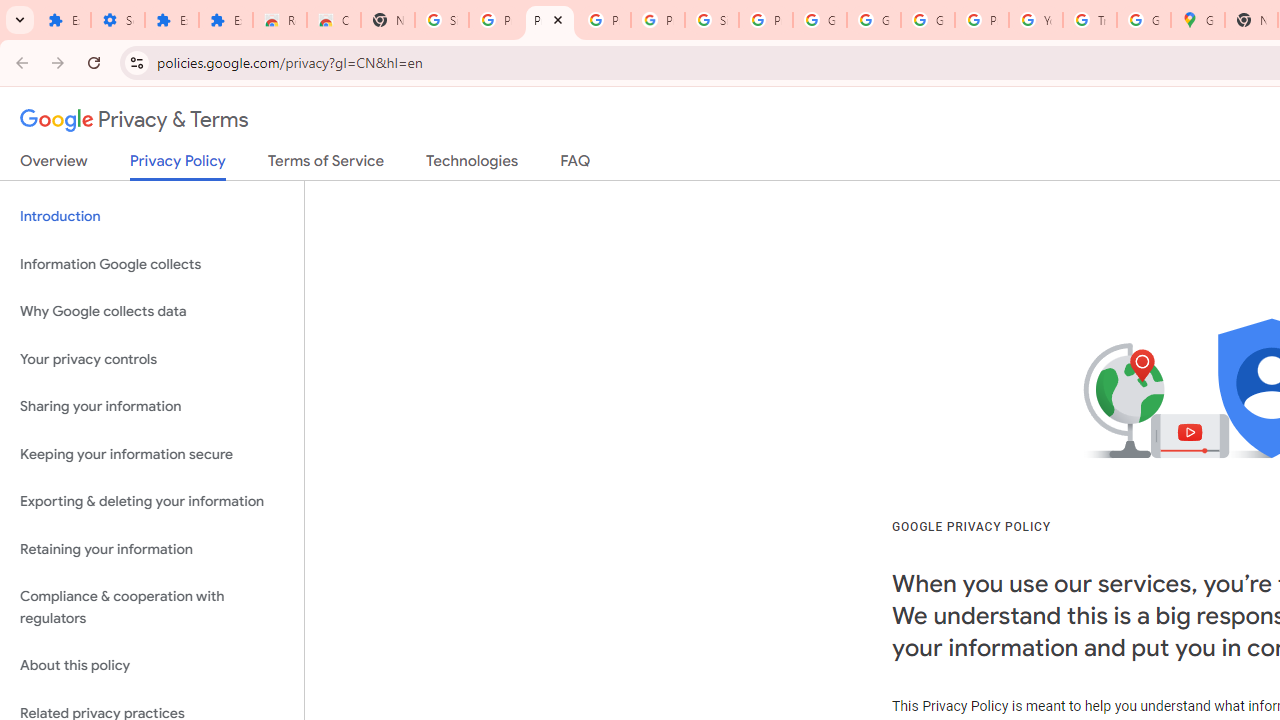  I want to click on 'Privacy & Terms', so click(134, 120).